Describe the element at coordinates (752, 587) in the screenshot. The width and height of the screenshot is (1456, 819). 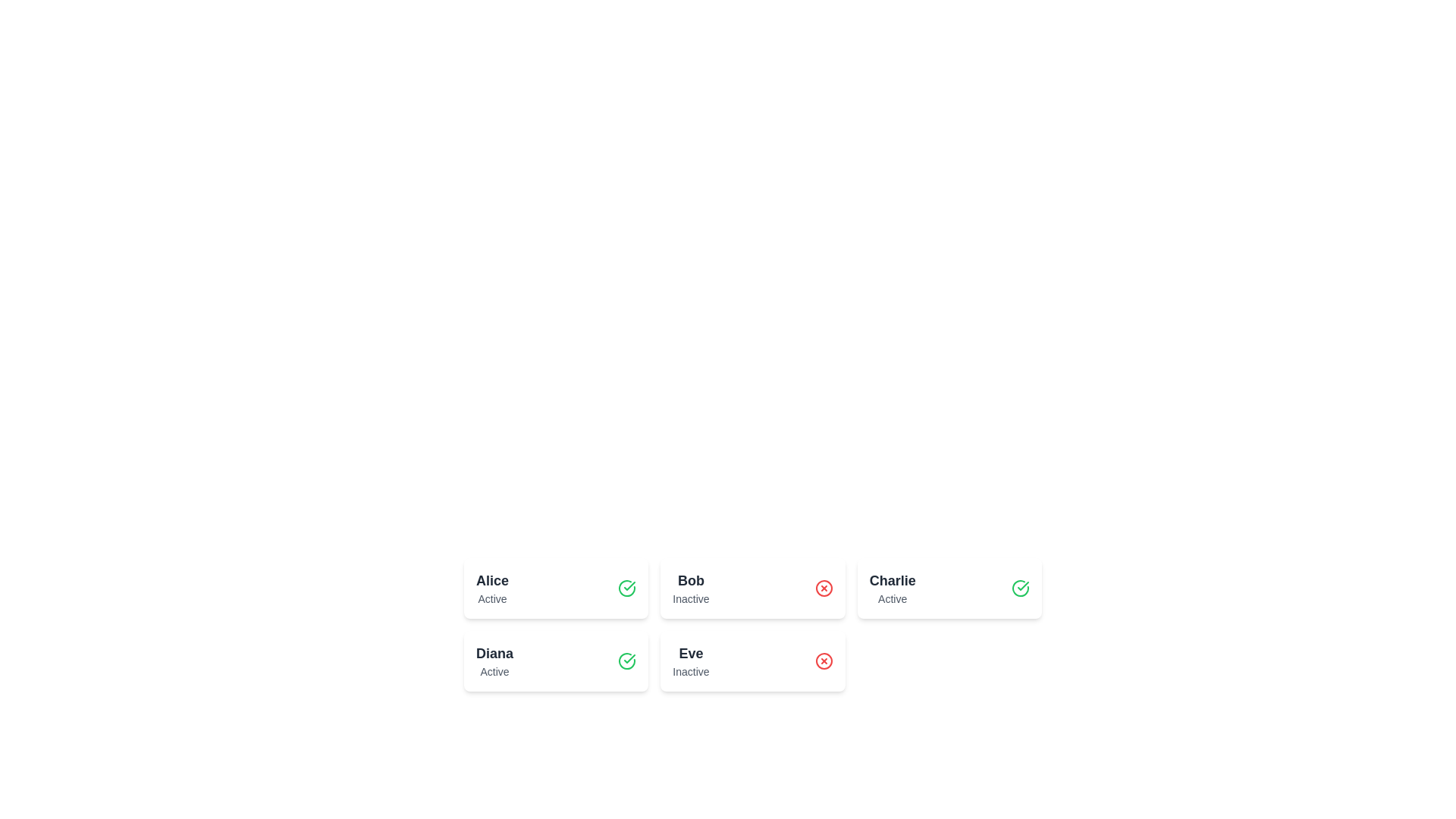
I see `contents of the Informational Card displaying 'Bob' with status 'Inactive', which is the second card in the top row of a 2x3 grid layout` at that location.